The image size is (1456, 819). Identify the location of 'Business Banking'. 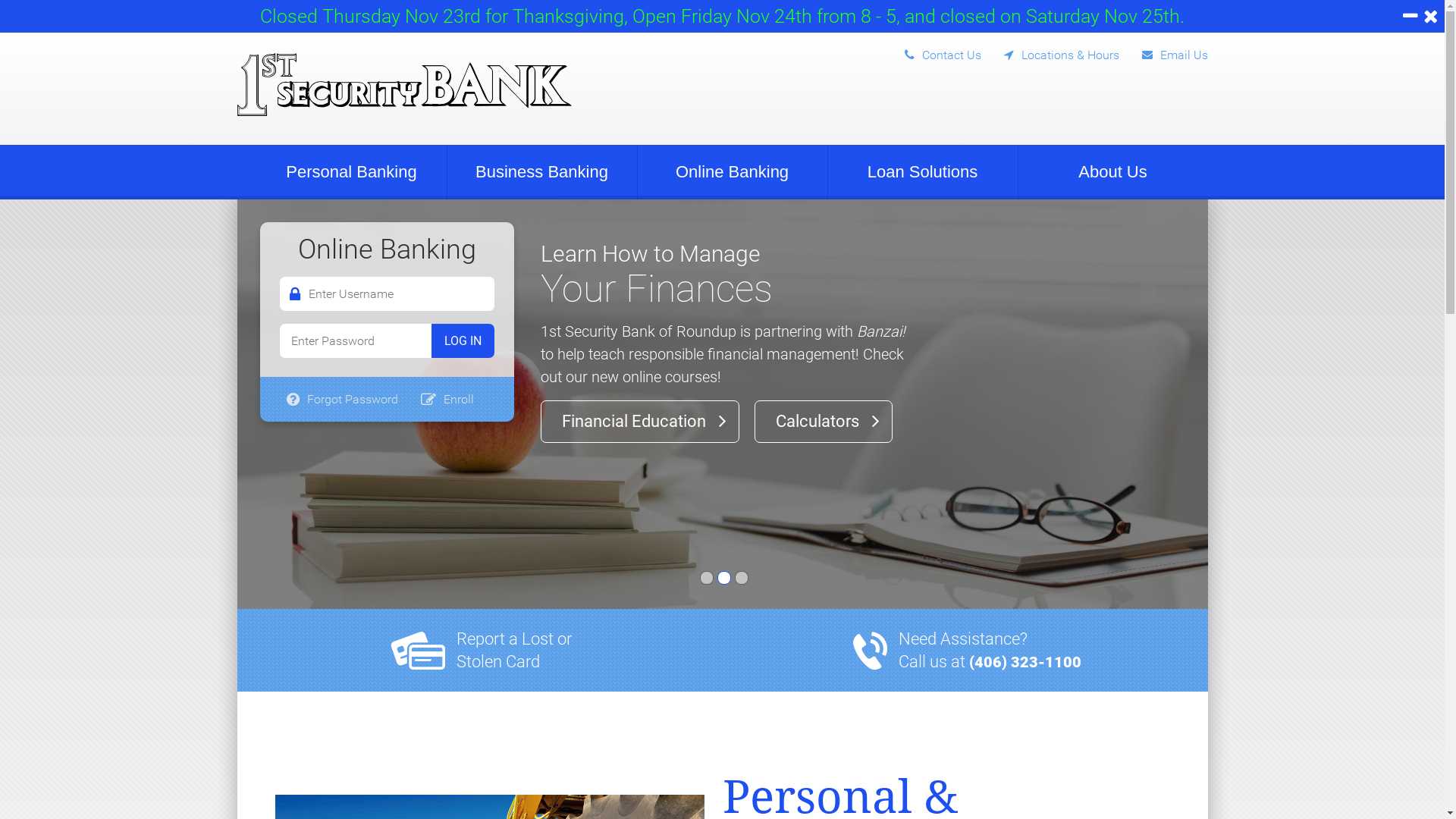
(542, 171).